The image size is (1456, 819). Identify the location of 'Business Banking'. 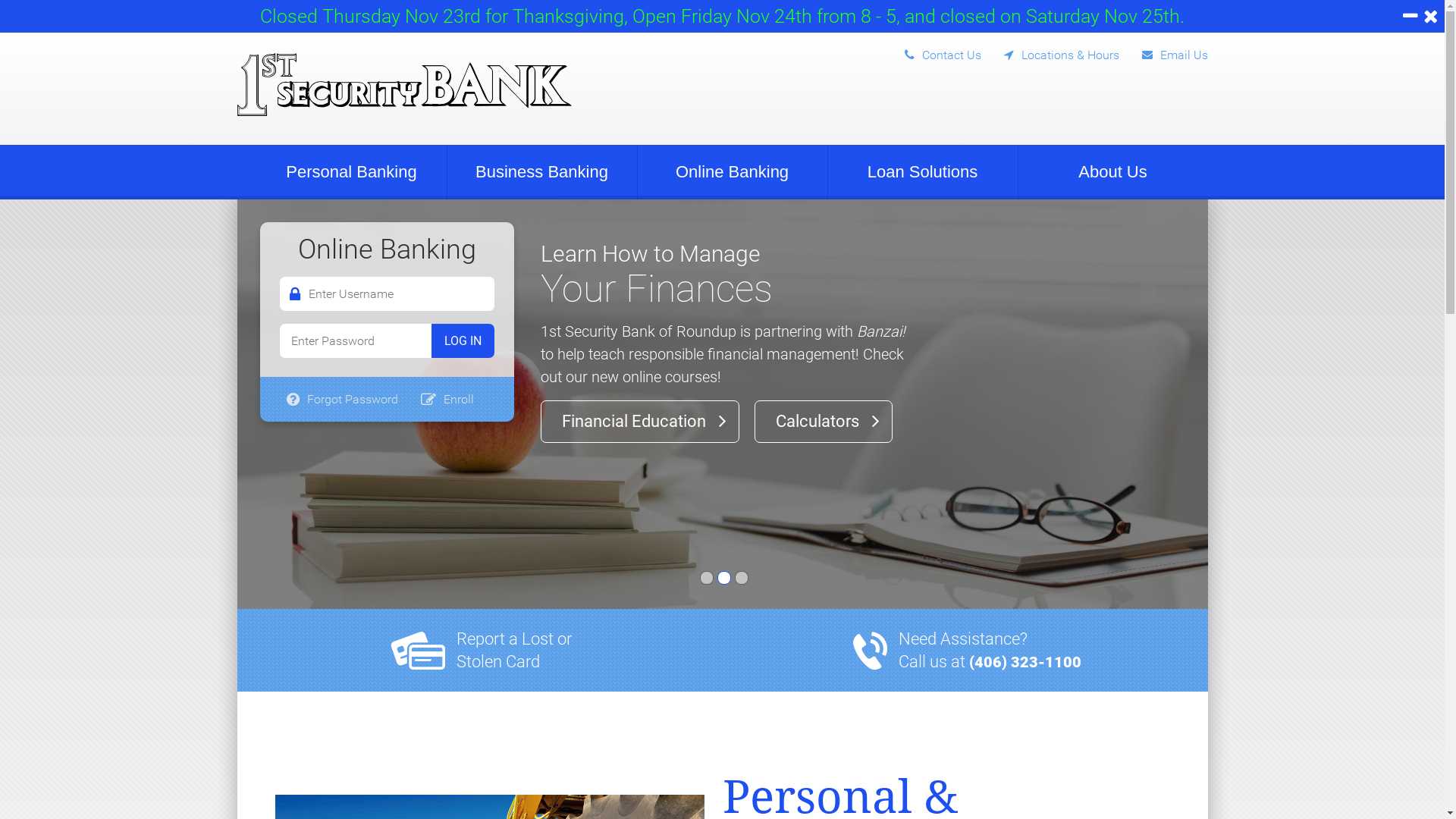
(542, 171).